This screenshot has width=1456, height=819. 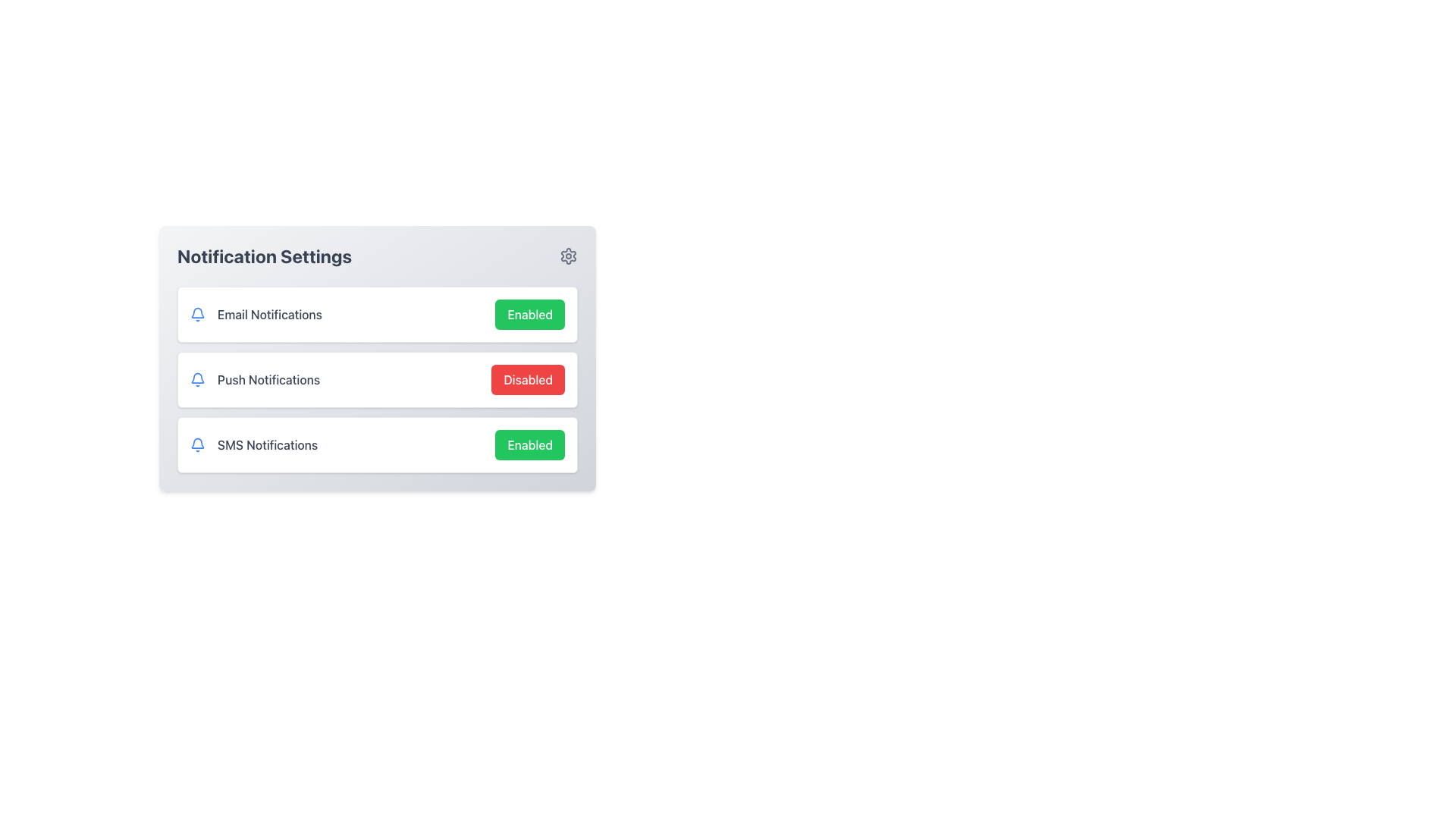 What do you see at coordinates (268, 444) in the screenshot?
I see `the text label reading 'SMS Notifications', which is styled in gray and positioned in the notification settings panel, located to the right of the bell icon` at bounding box center [268, 444].